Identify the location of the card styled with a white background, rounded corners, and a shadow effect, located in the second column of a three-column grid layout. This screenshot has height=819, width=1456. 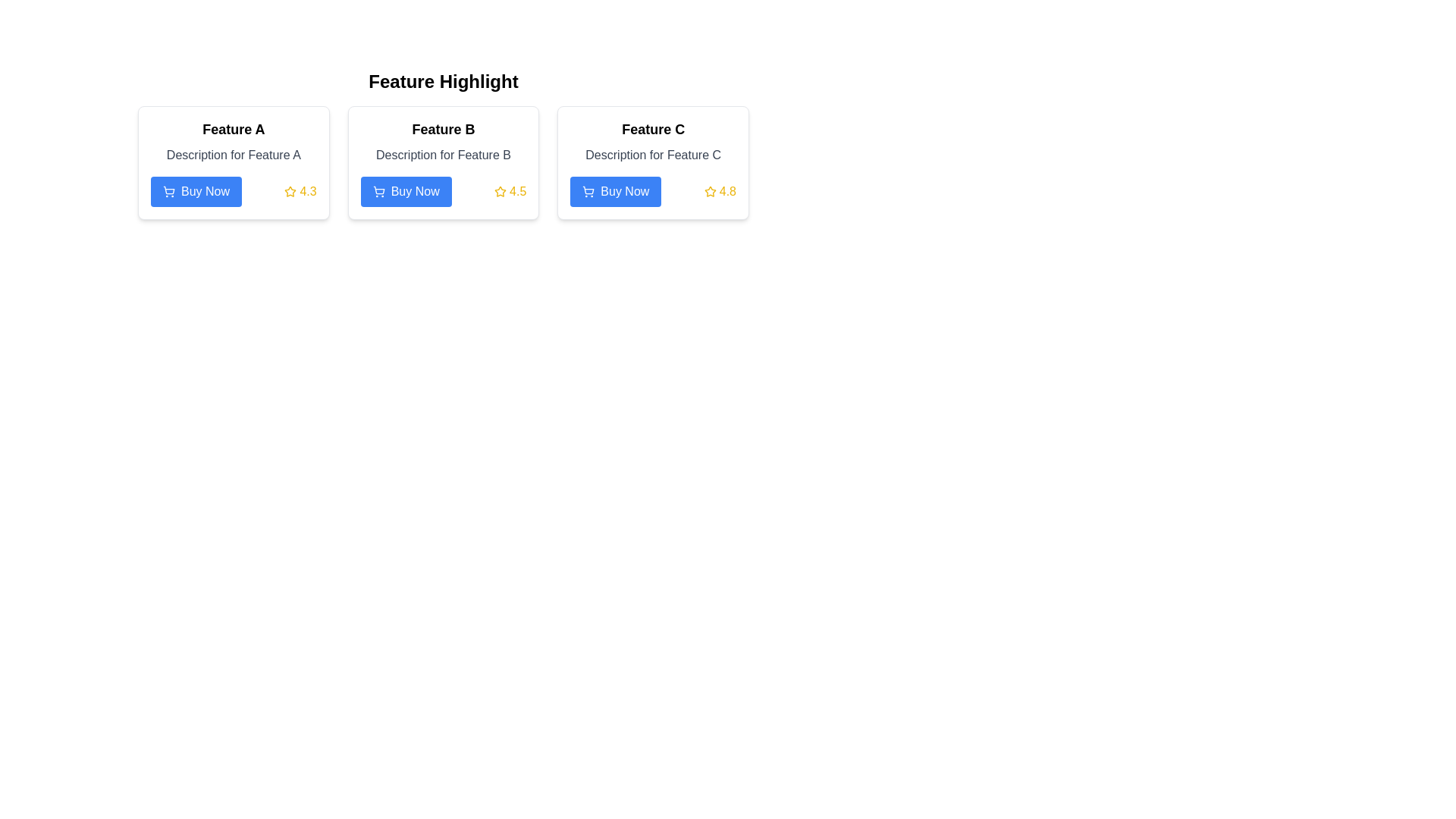
(443, 163).